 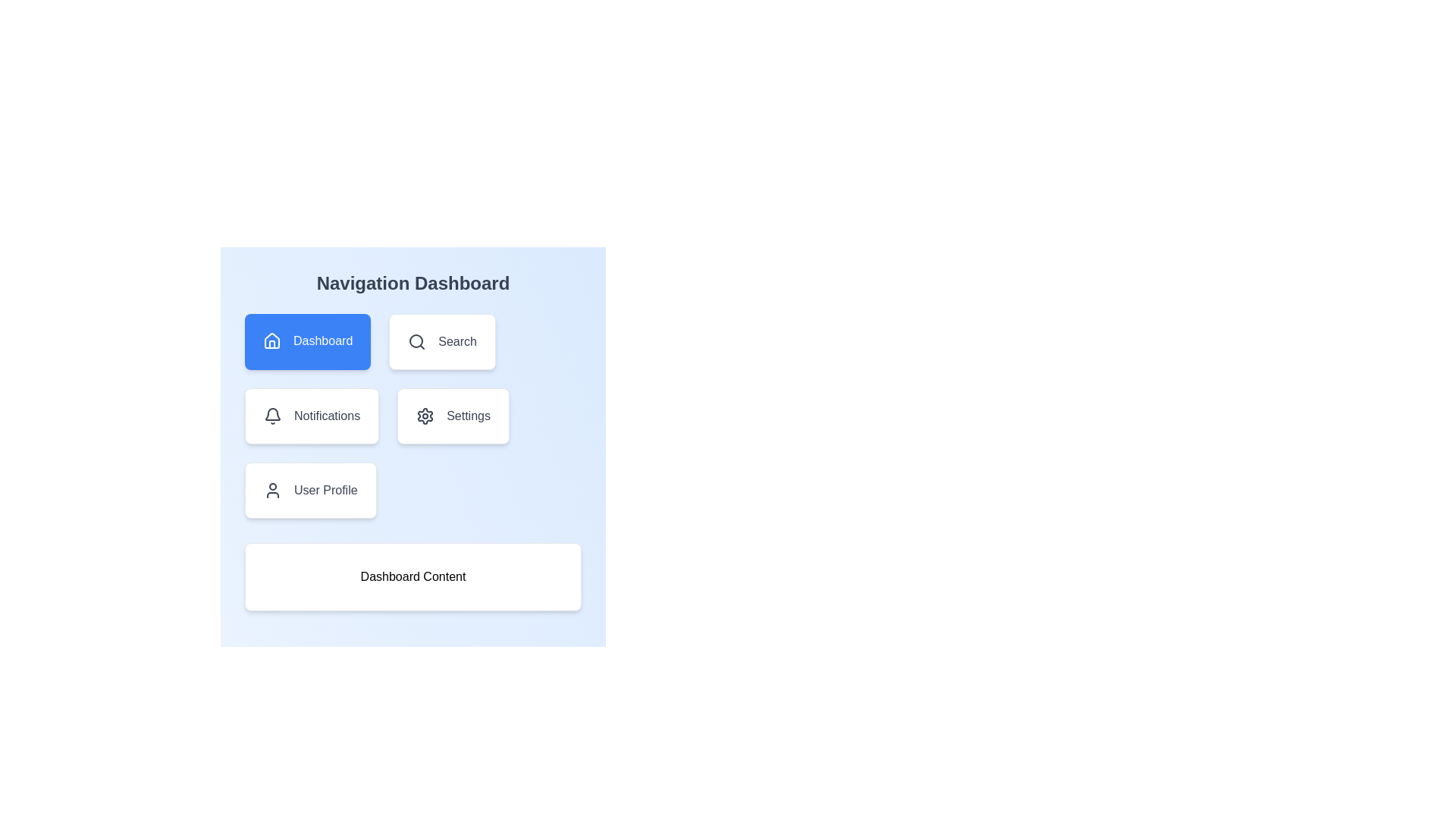 I want to click on the 'Dashboard' text label, which is part of the button for navigating to the dashboard section of the application, located in the top-left corner beneath 'Navigation Dashboard', so click(x=322, y=341).